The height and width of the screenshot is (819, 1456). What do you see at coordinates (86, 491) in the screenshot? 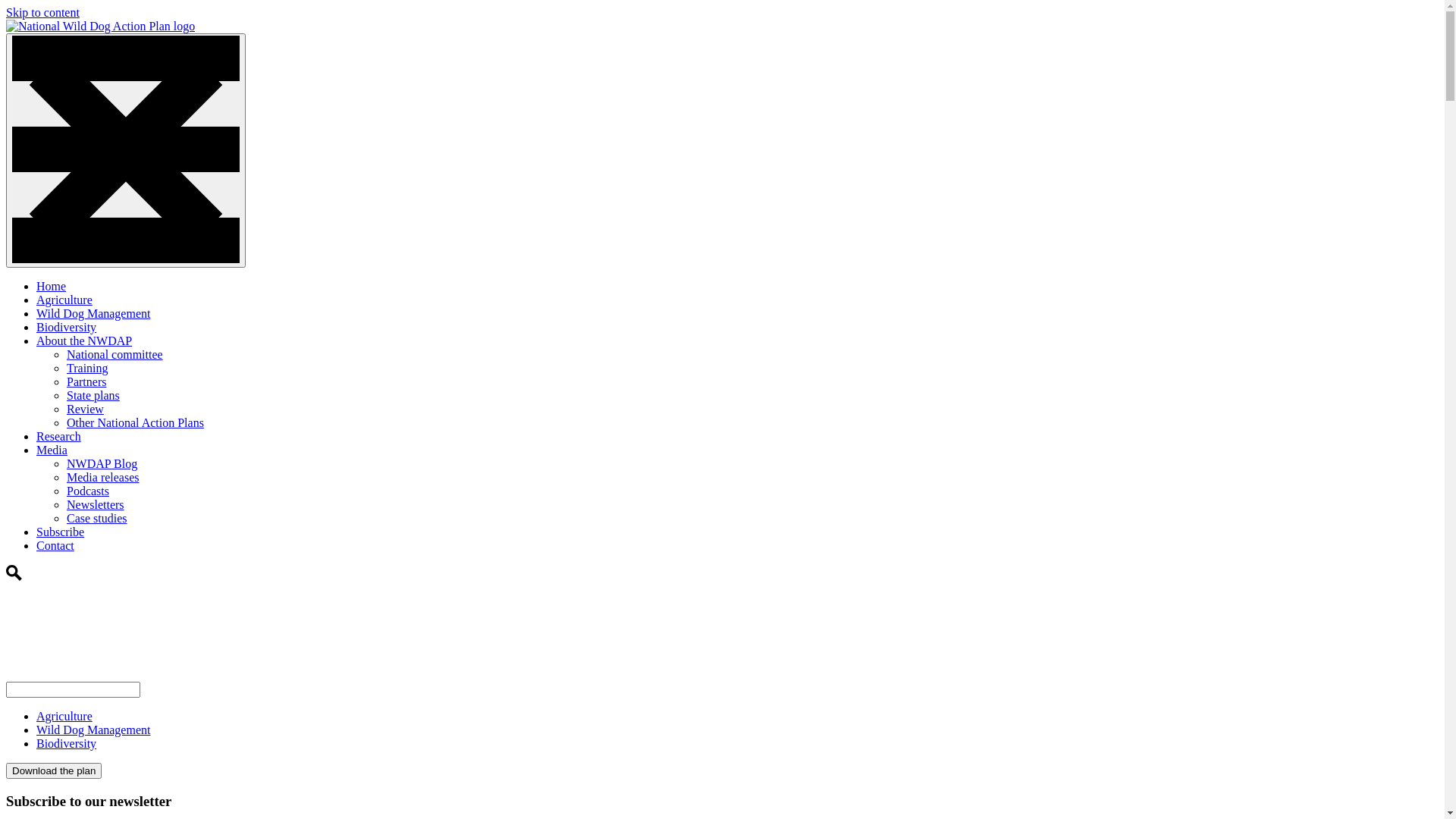
I see `'Podcasts'` at bounding box center [86, 491].